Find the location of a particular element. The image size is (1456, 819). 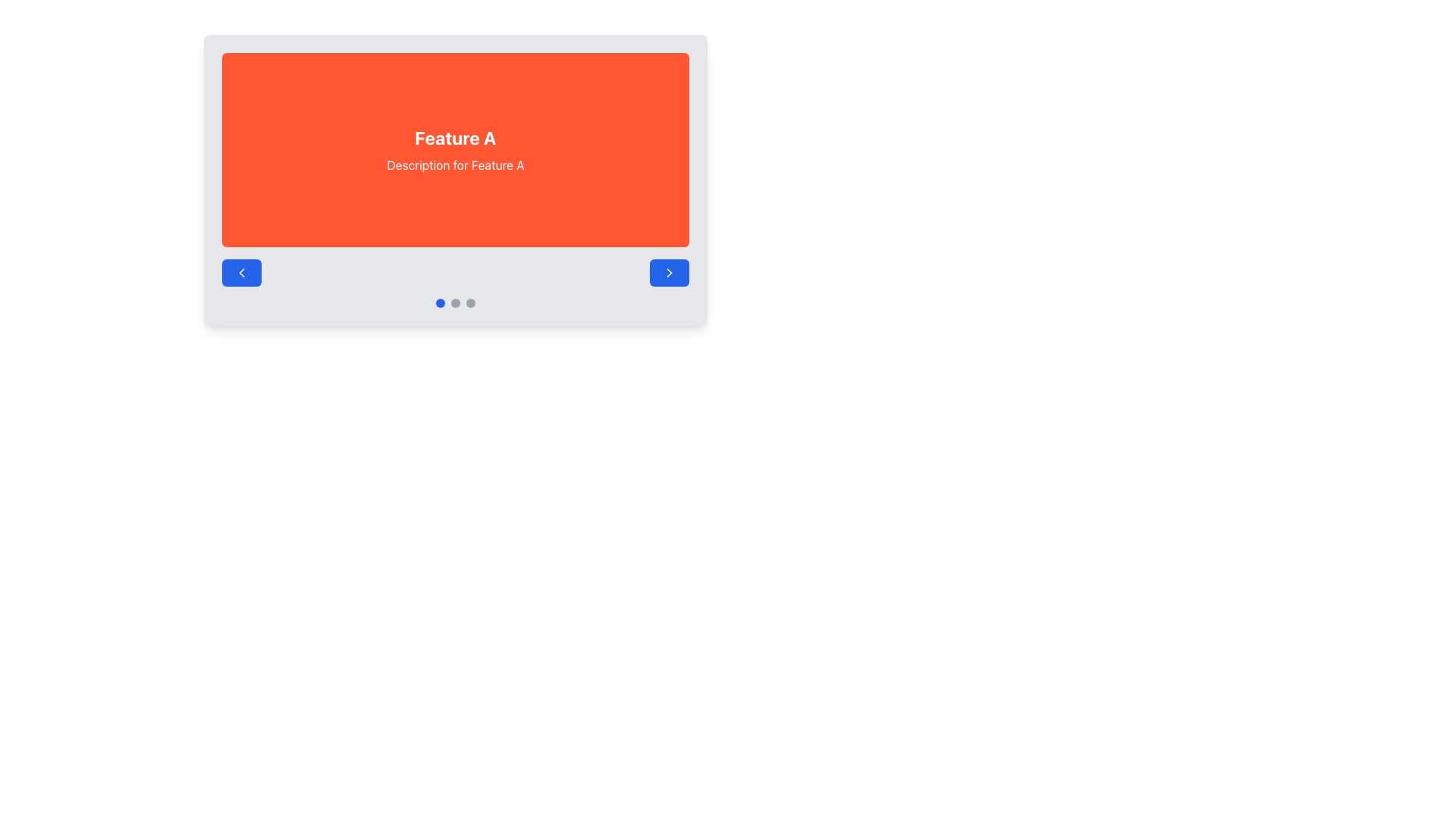

the blue button located at the bottom right of the main card interface, which contains the navigational icon for transitioning to the next item in a sequence is located at coordinates (669, 271).